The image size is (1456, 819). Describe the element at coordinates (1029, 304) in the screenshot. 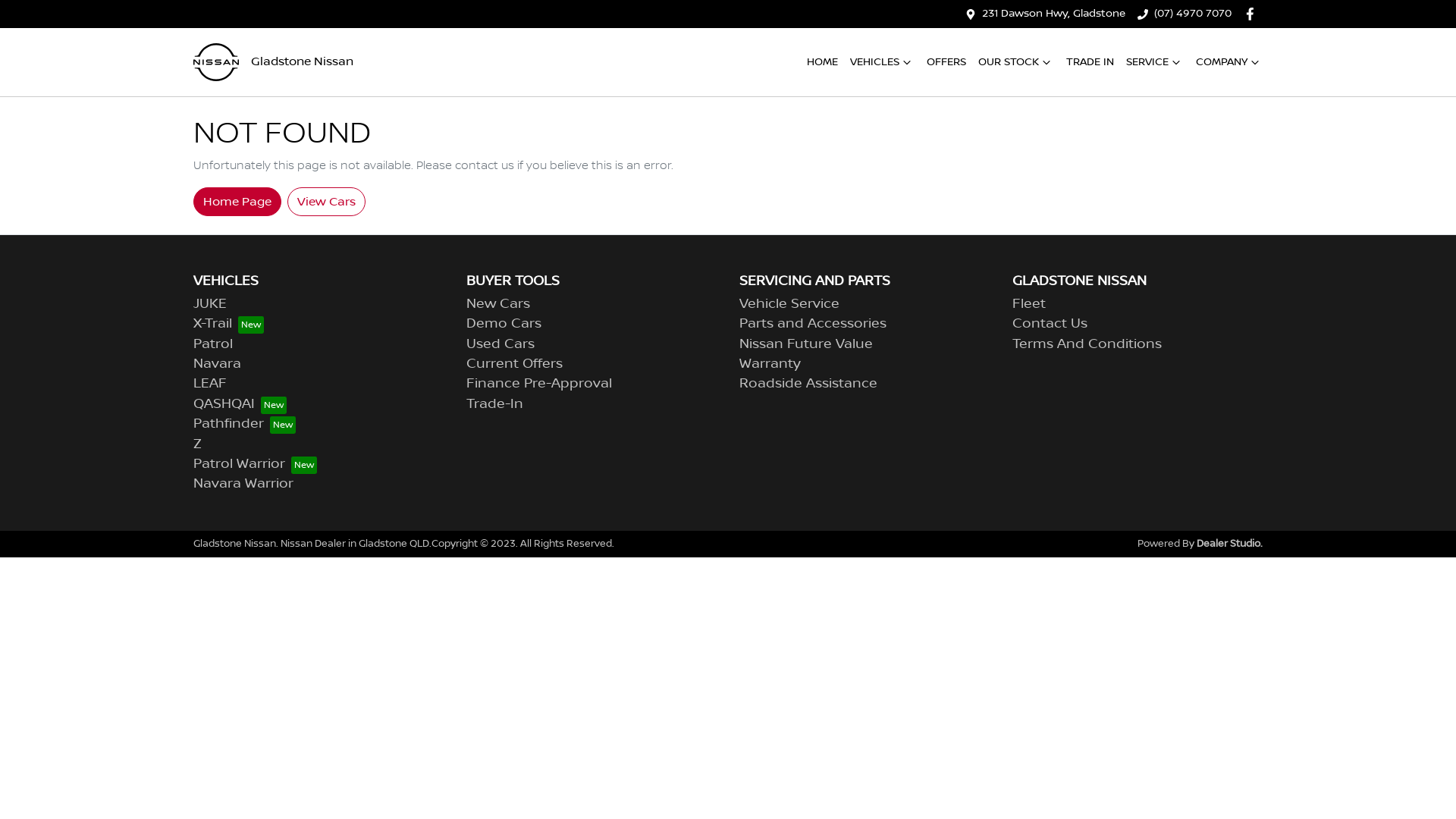

I see `'Fleet'` at that location.